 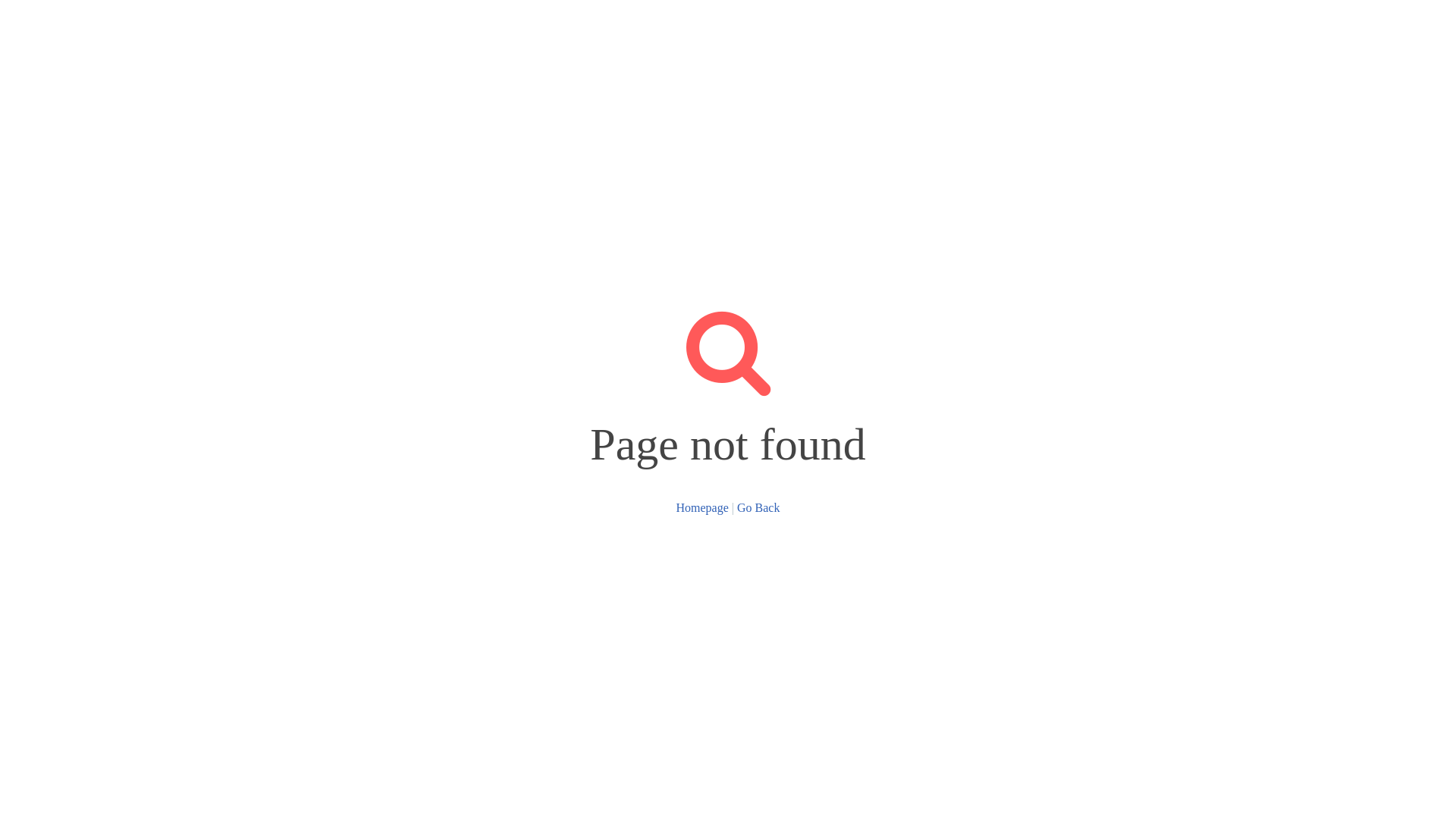 What do you see at coordinates (701, 507) in the screenshot?
I see `'Homepage'` at bounding box center [701, 507].